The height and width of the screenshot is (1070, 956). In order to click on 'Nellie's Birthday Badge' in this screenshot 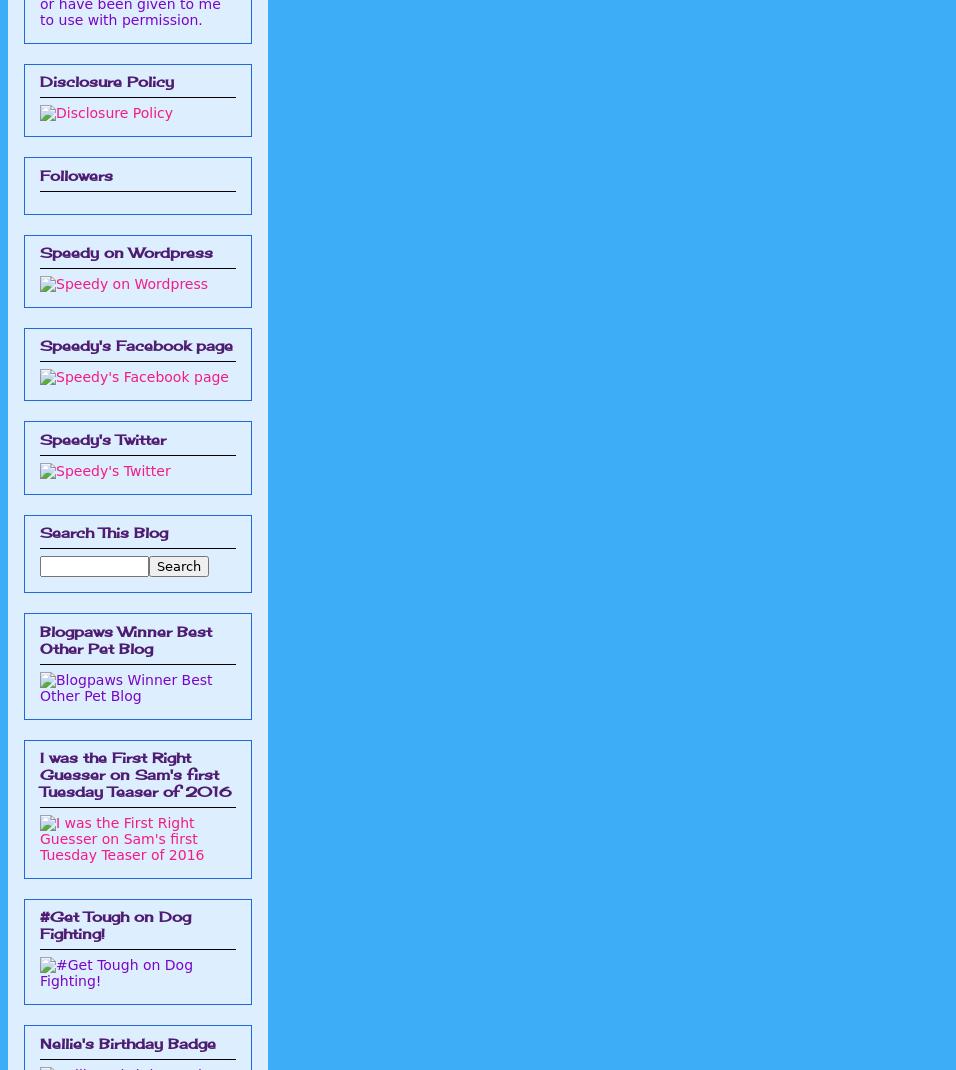, I will do `click(128, 1042)`.